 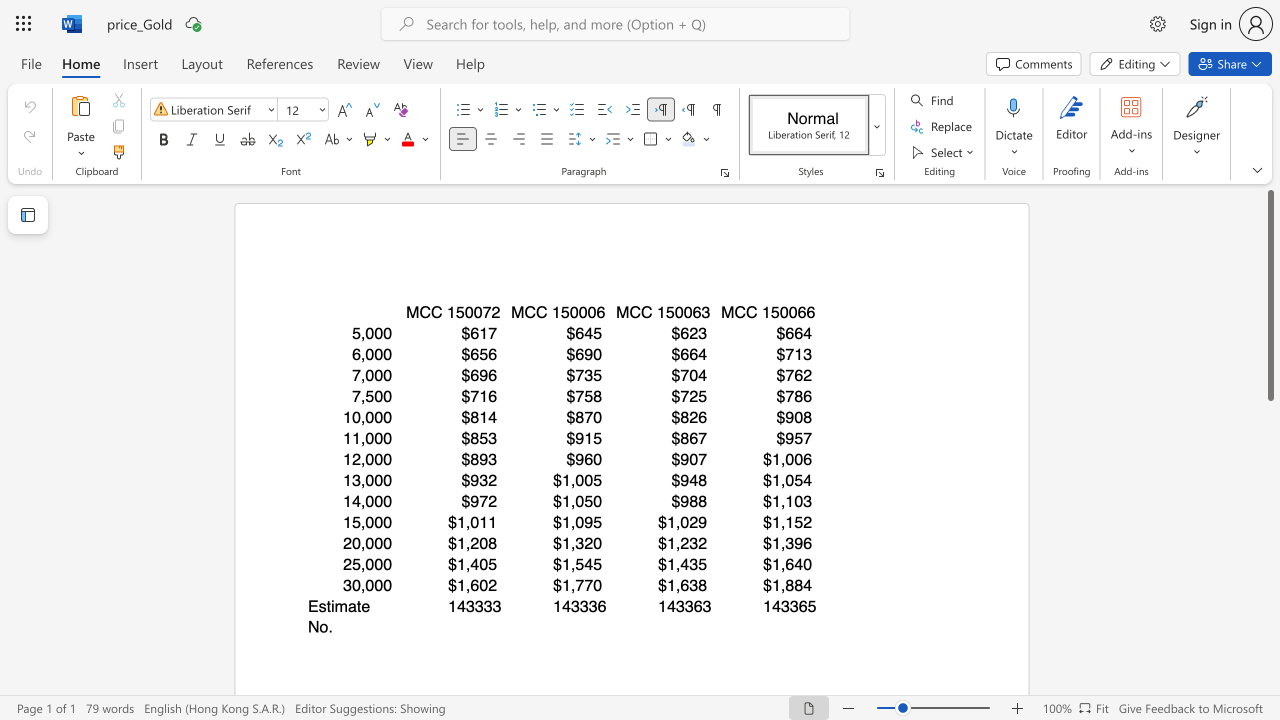 What do you see at coordinates (1269, 490) in the screenshot?
I see `the scrollbar to slide the page down` at bounding box center [1269, 490].